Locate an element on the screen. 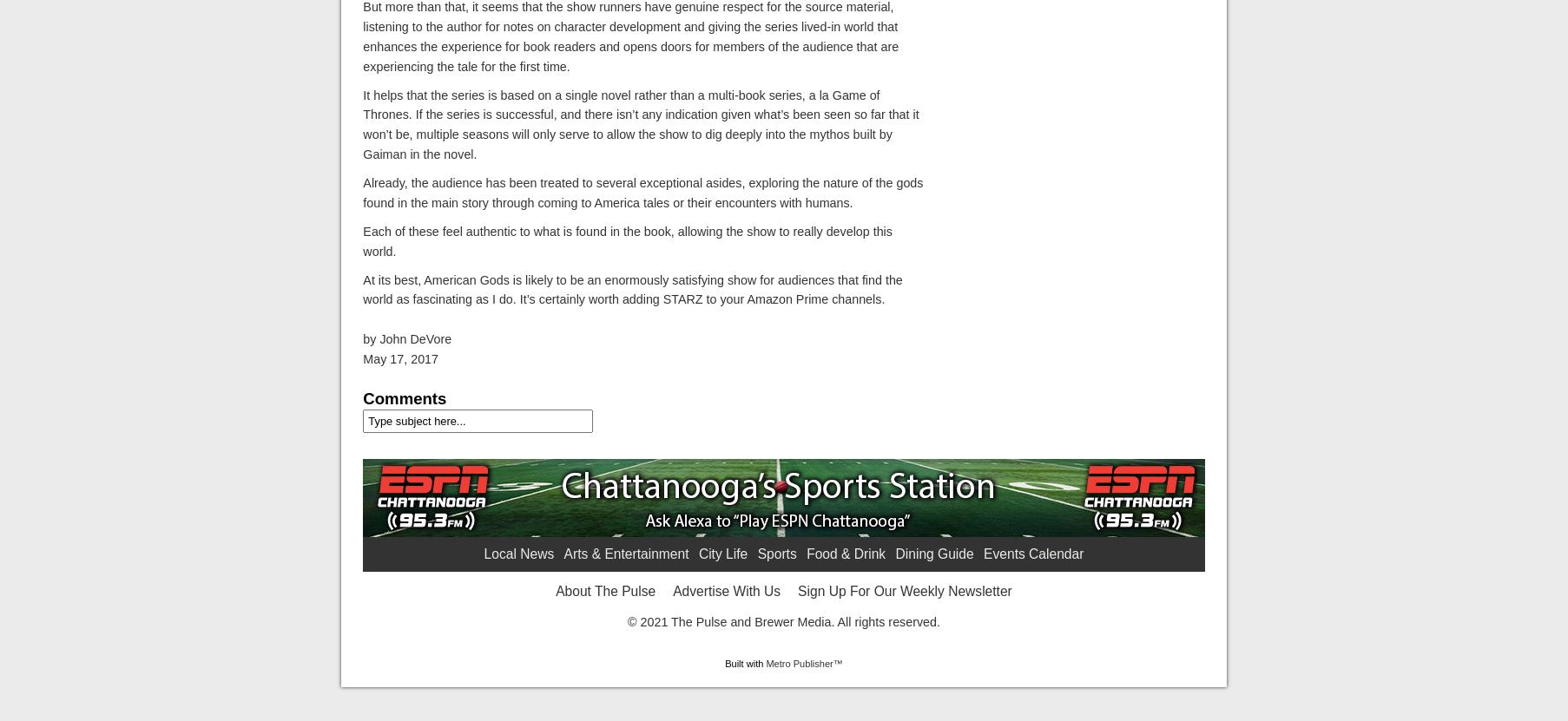  'Dining Guide' is located at coordinates (933, 553).